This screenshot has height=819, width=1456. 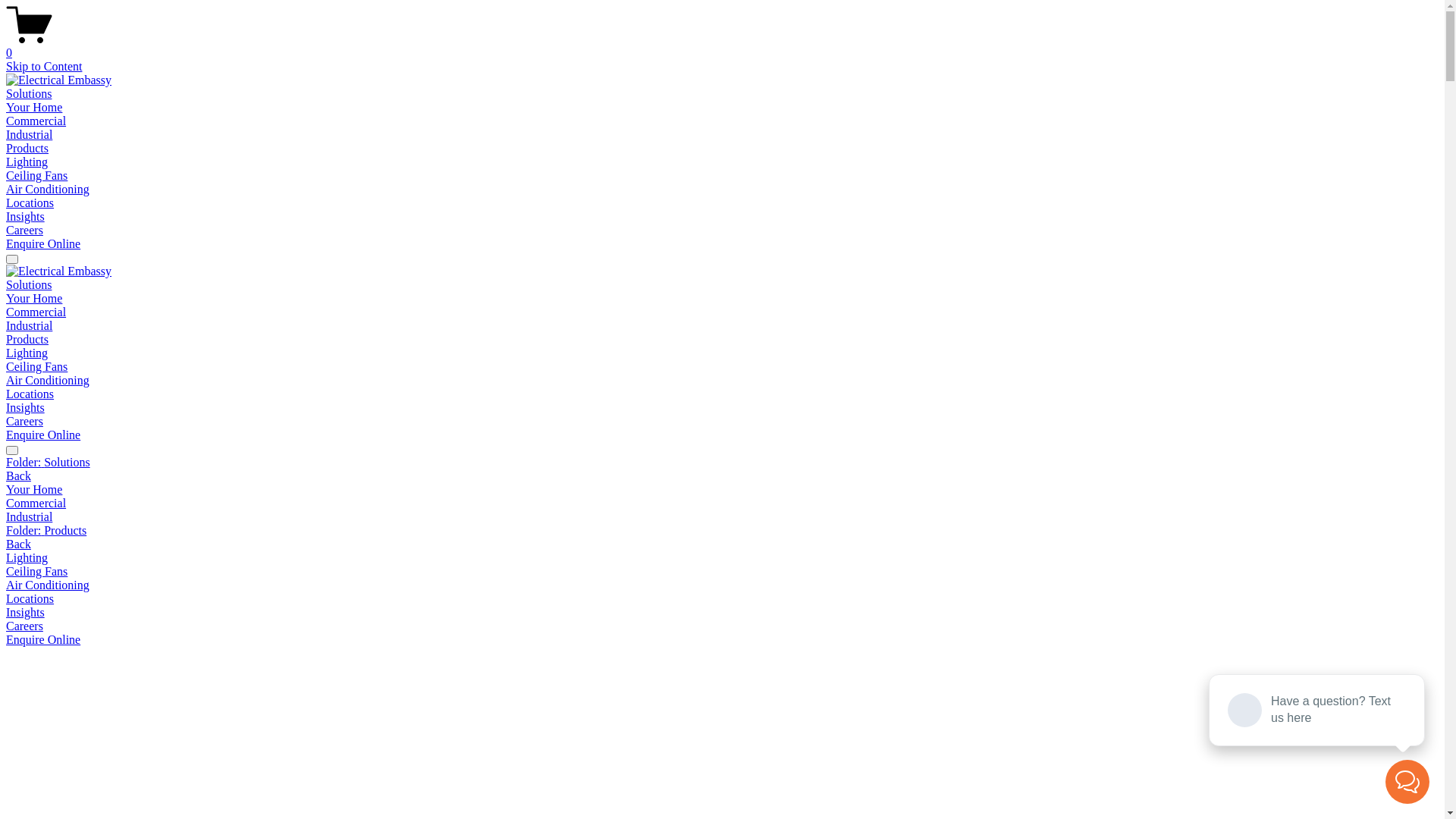 What do you see at coordinates (27, 162) in the screenshot?
I see `'Lighting'` at bounding box center [27, 162].